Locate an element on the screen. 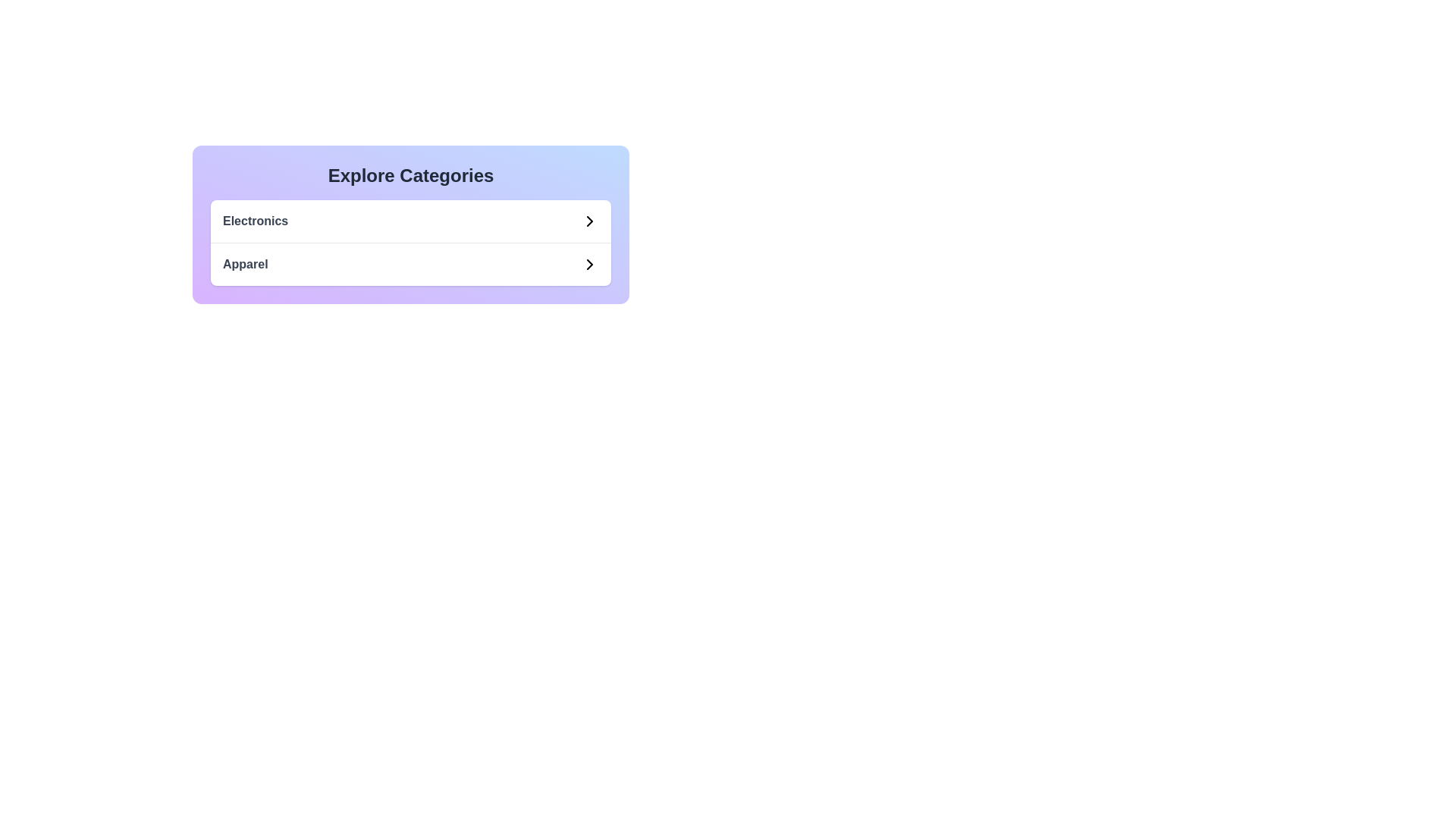 This screenshot has height=819, width=1456. the 'Apparel' category list item, which is the second item in the 'Explore Categories' section is located at coordinates (411, 262).